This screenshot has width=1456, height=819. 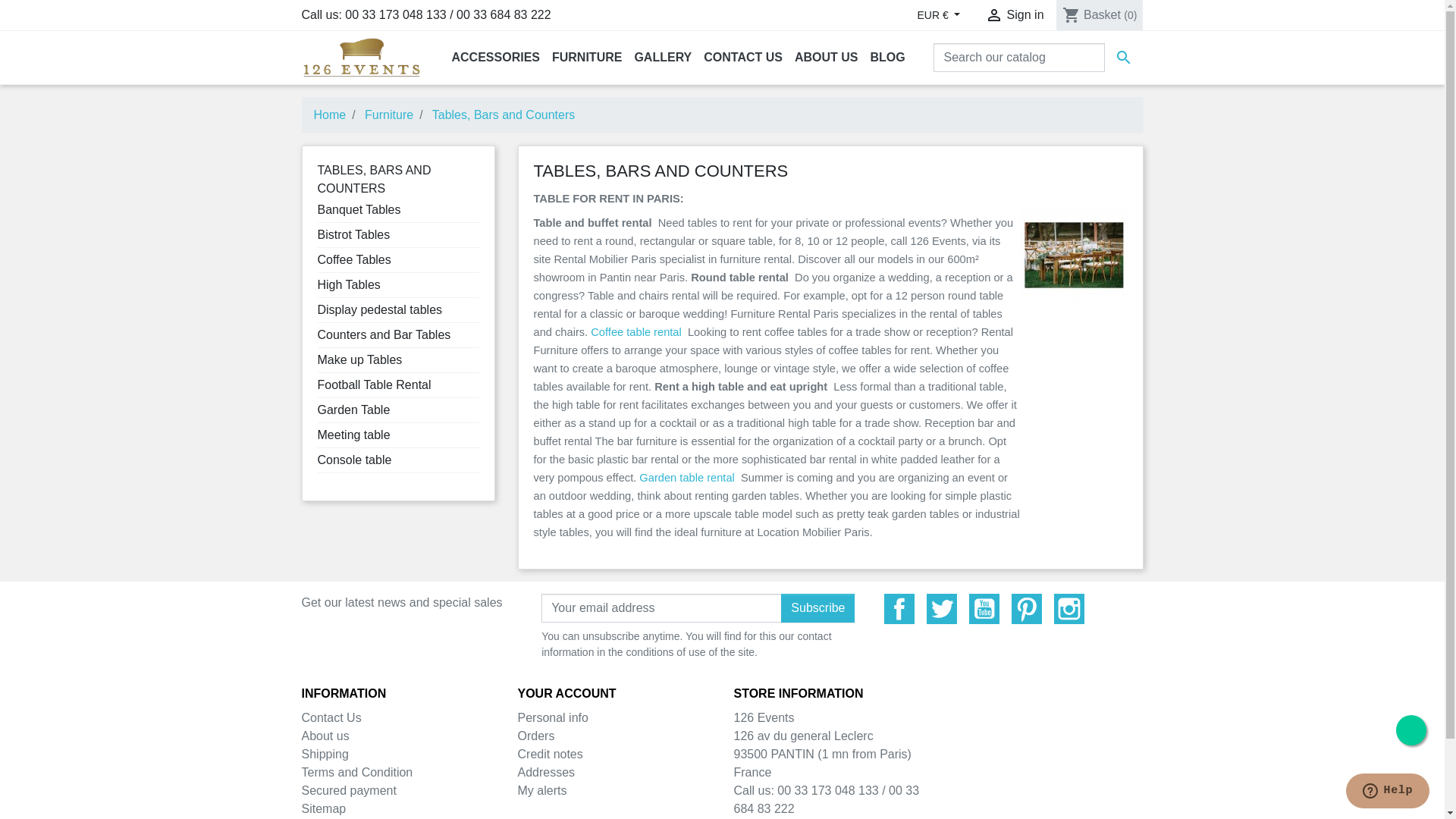 What do you see at coordinates (541, 789) in the screenshot?
I see `'My alerts'` at bounding box center [541, 789].